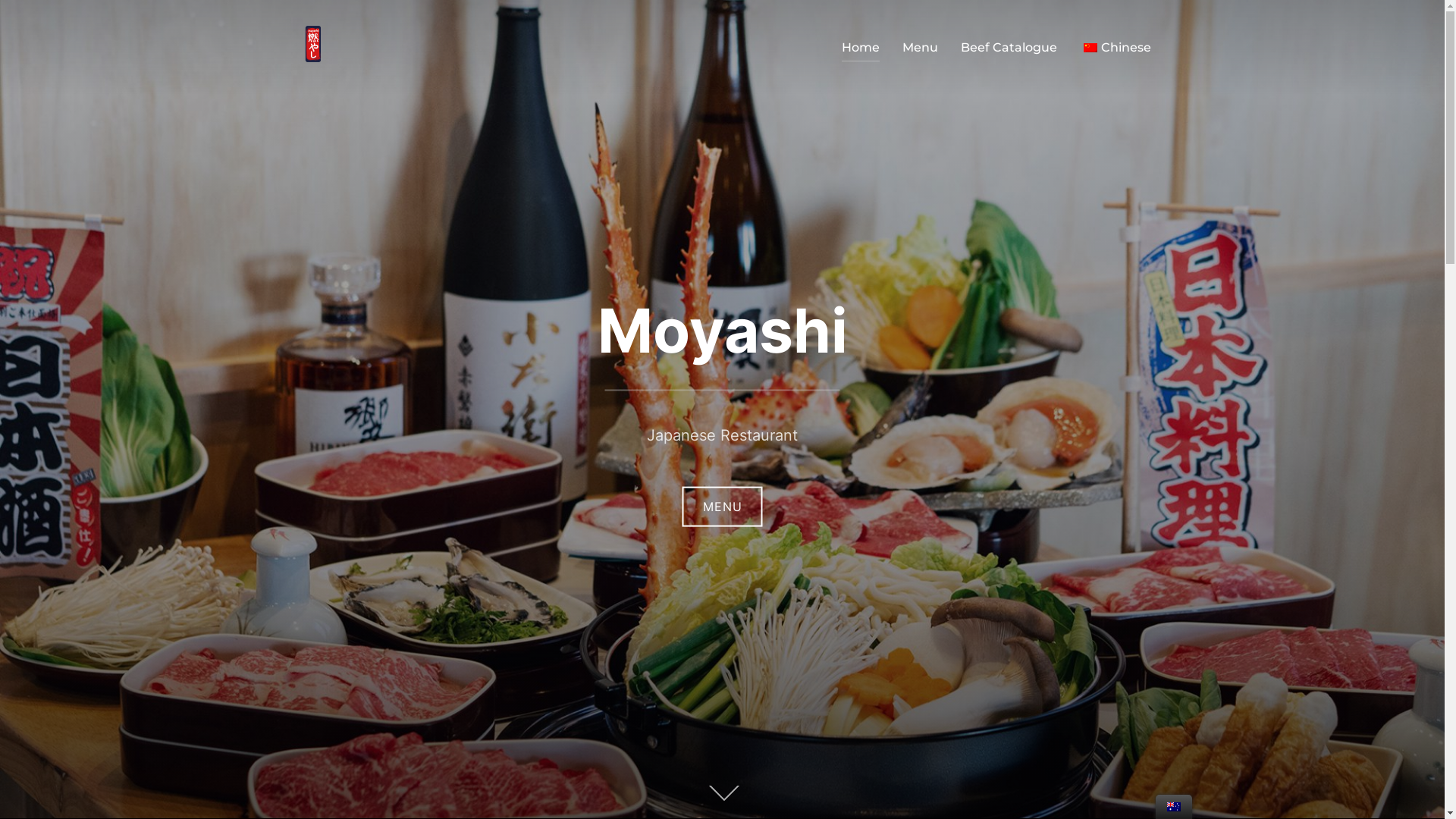  I want to click on 'Chinese', so click(1088, 45).